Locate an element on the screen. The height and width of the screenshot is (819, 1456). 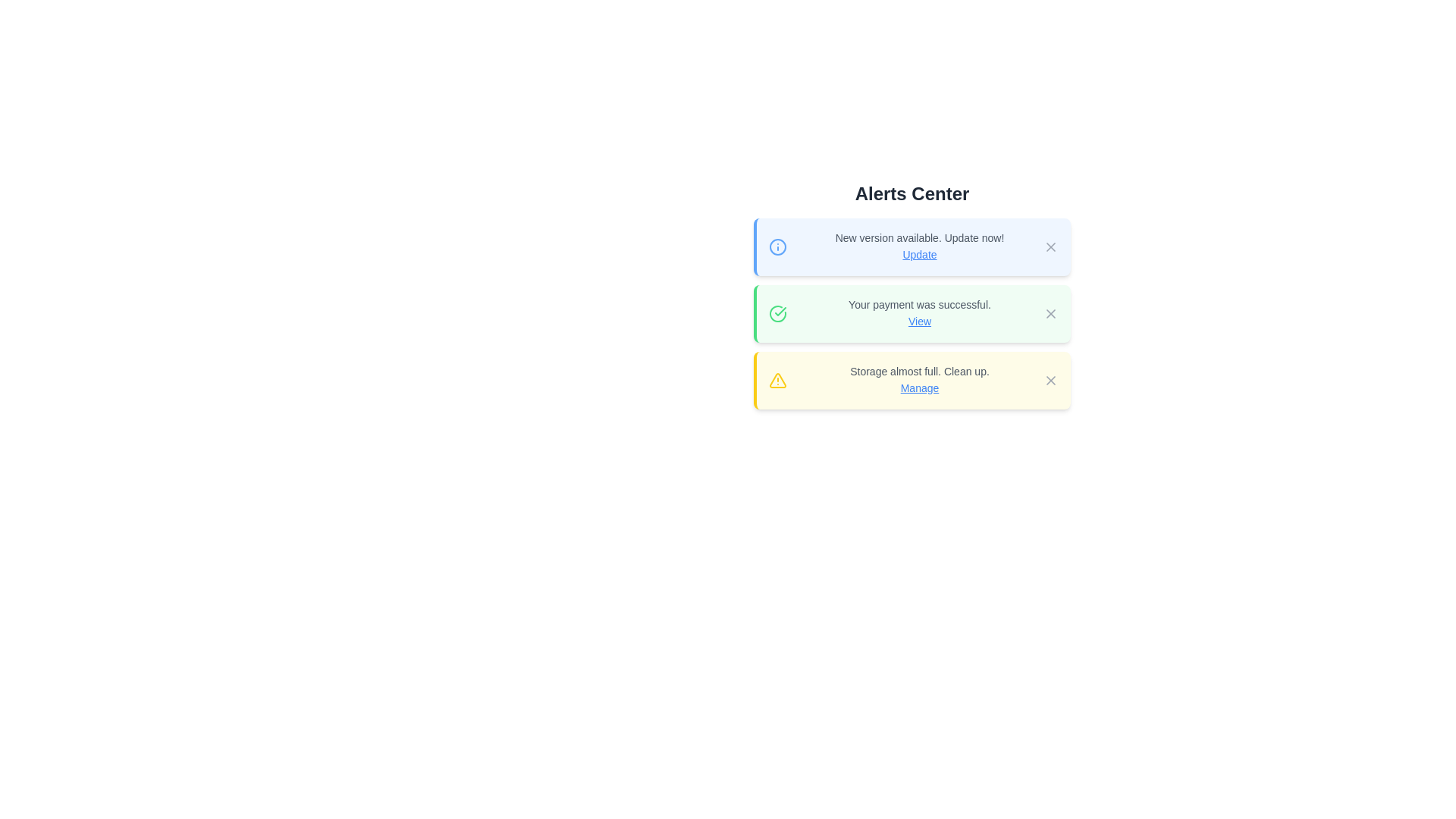
the close button styled as an 'X' icon located at the top-right corner of the yellow alert message box labeled 'Storage almost full. Clean up. Manage.' is located at coordinates (1050, 379).